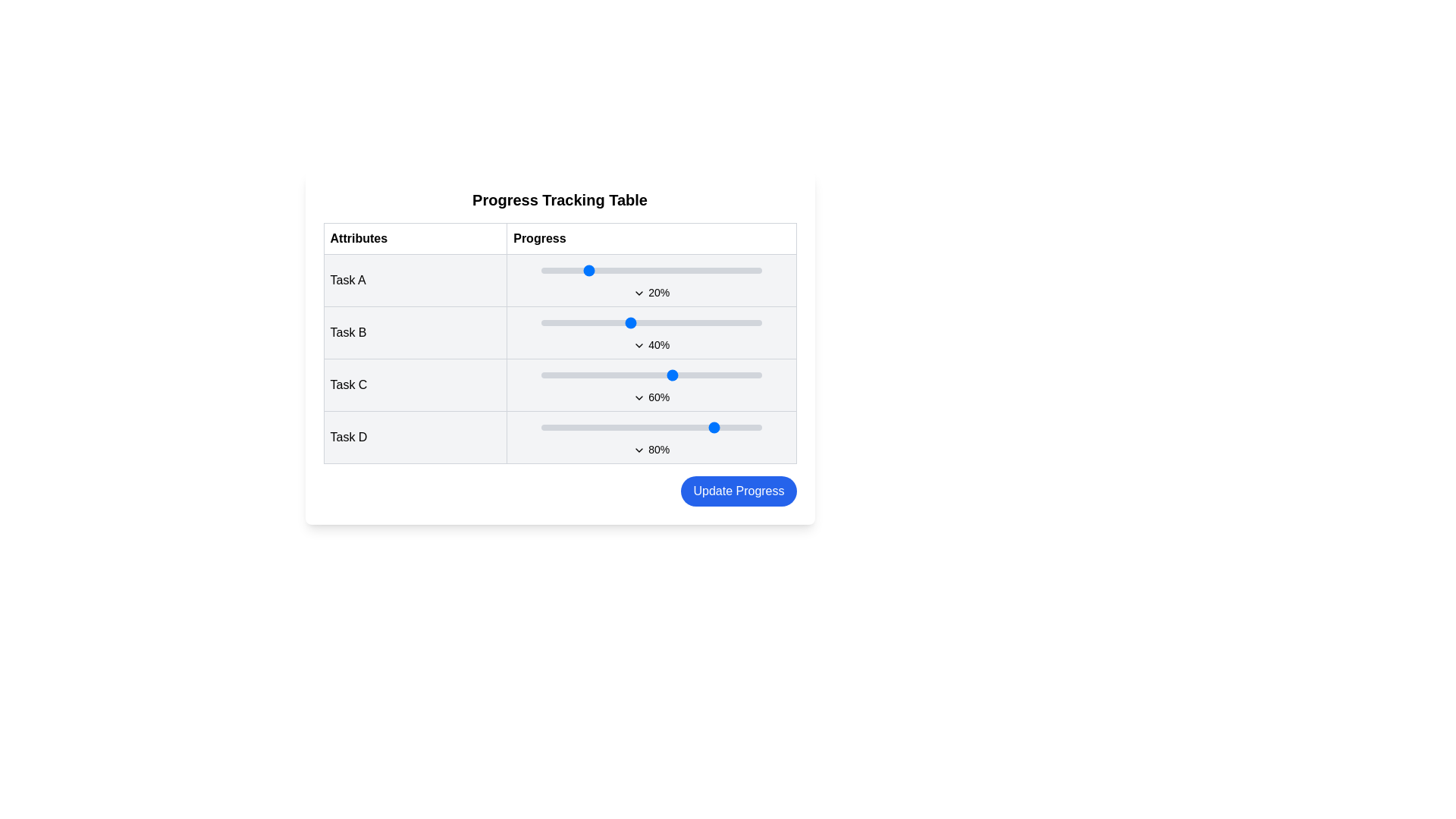  I want to click on the progress for task B, so click(600, 322).